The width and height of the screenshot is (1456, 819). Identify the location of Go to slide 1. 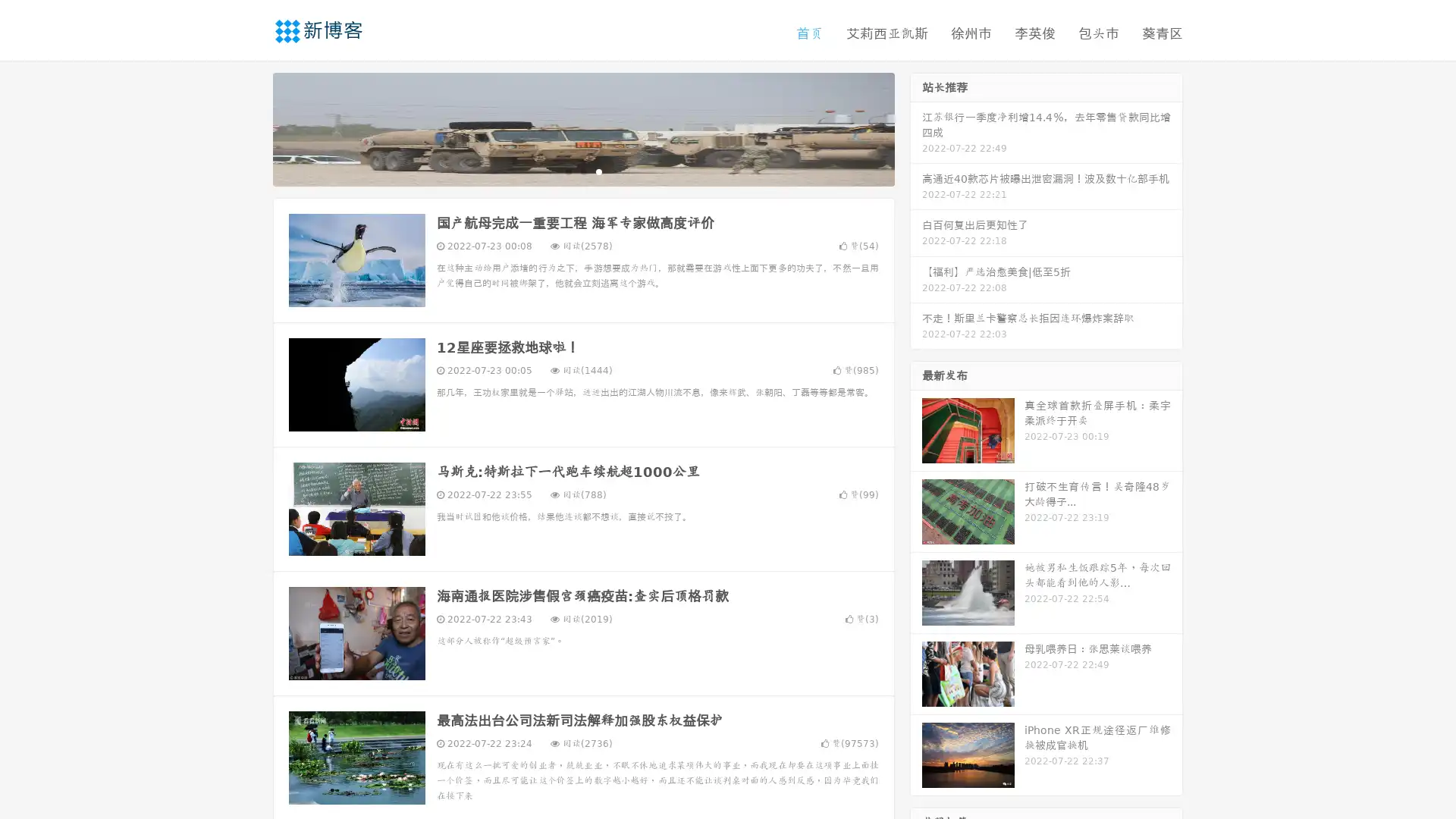
(567, 171).